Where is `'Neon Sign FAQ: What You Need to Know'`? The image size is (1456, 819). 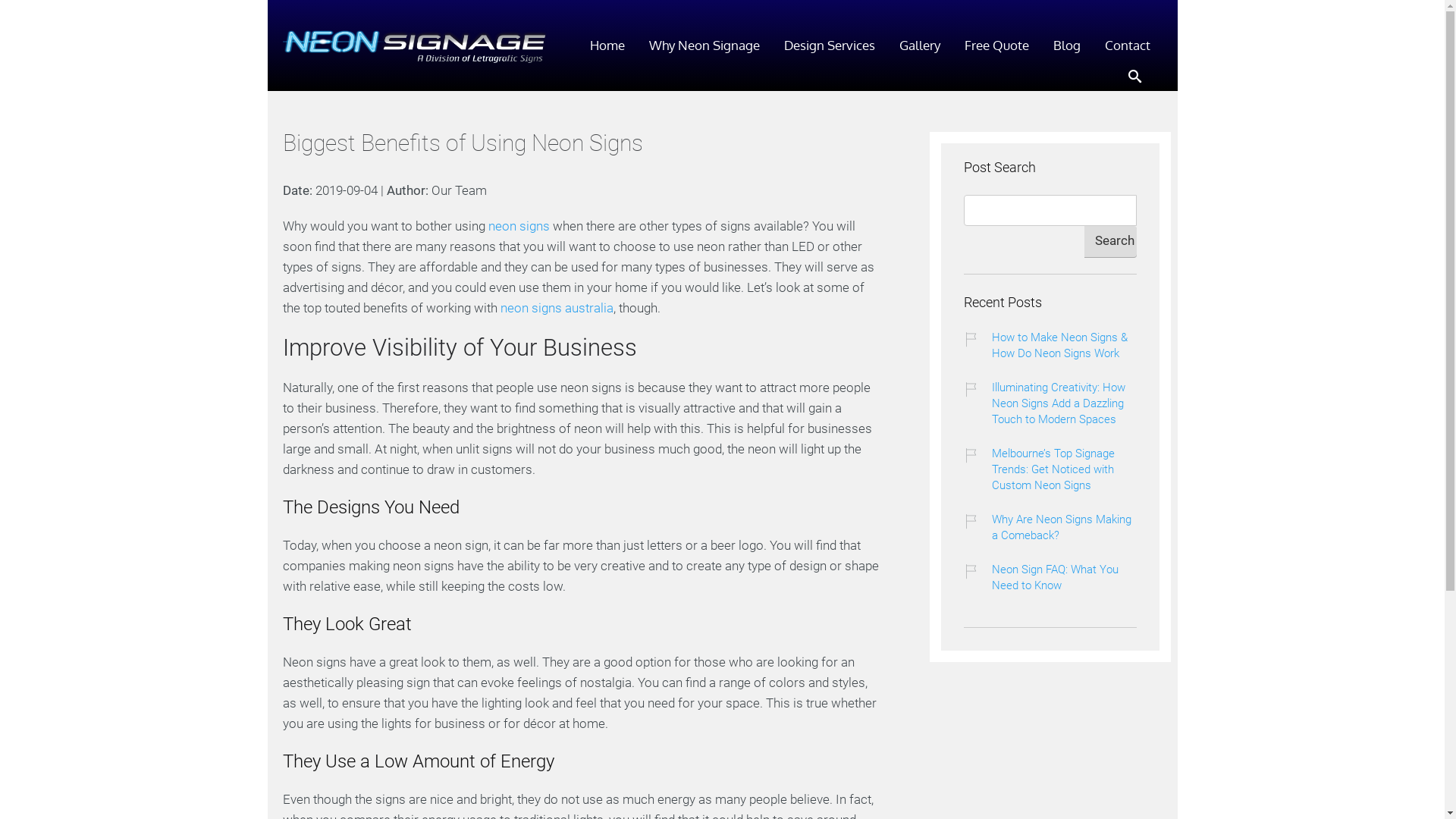
'Neon Sign FAQ: What You Need to Know' is located at coordinates (1063, 578).